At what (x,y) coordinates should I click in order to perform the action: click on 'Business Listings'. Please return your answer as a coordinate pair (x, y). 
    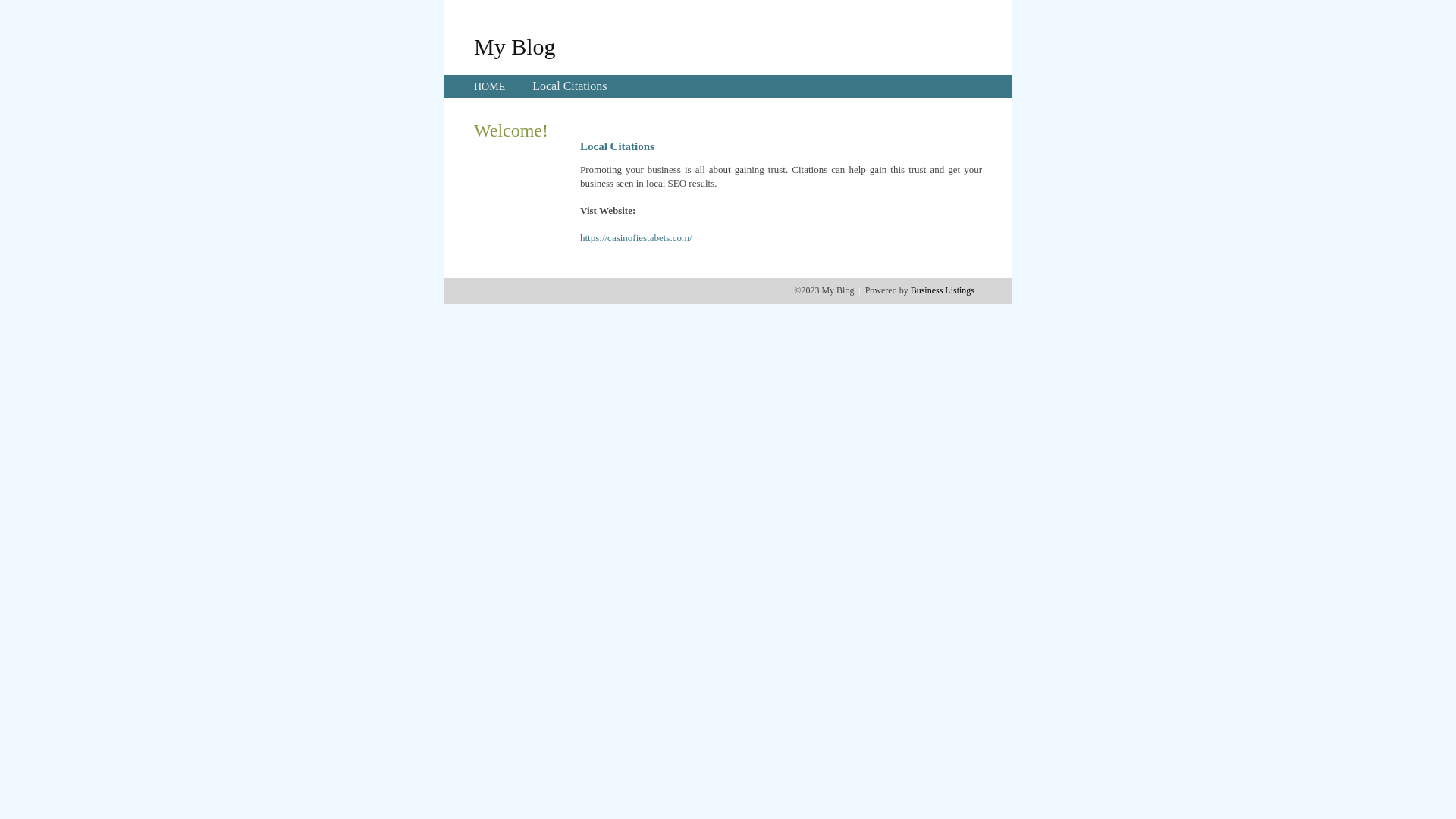
    Looking at the image, I should click on (942, 290).